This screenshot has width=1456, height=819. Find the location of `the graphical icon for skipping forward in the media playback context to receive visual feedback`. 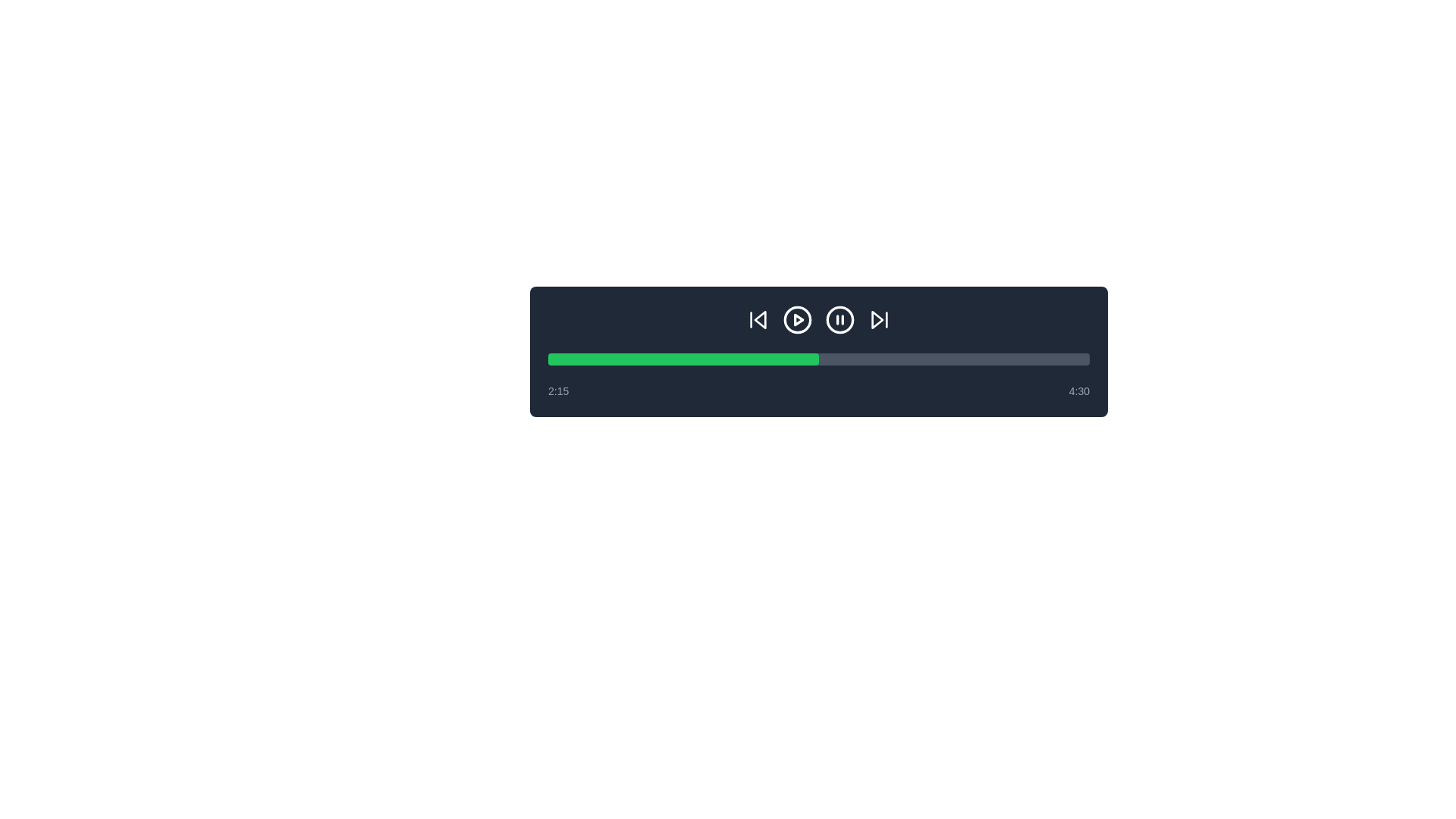

the graphical icon for skipping forward in the media playback context to receive visual feedback is located at coordinates (877, 318).